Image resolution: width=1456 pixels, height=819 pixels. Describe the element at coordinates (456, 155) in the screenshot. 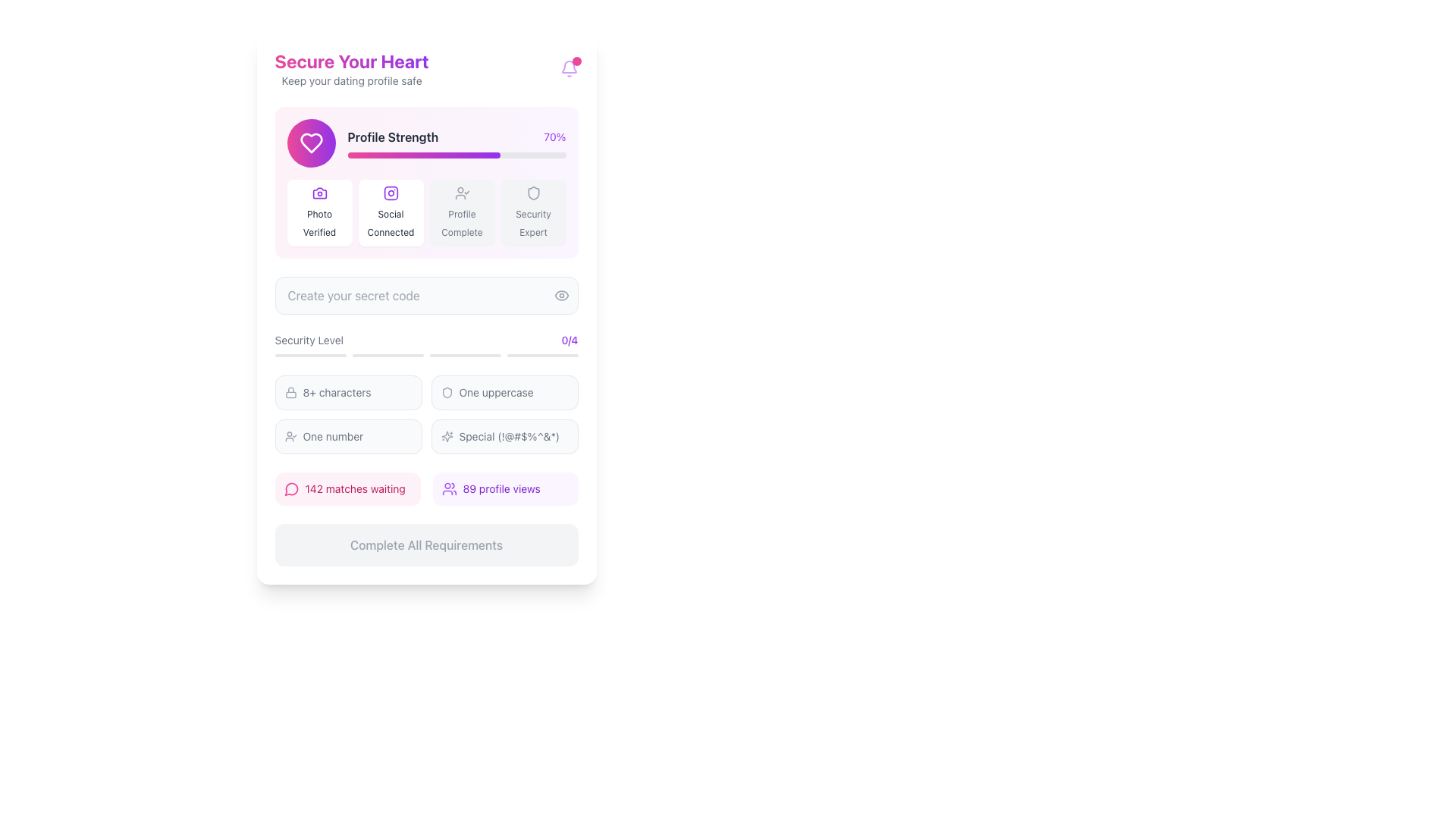

I see `the horizontal progress bar indicating 70% completion located in the 'Profile Strength' section below the text 'Profile Strength'` at that location.